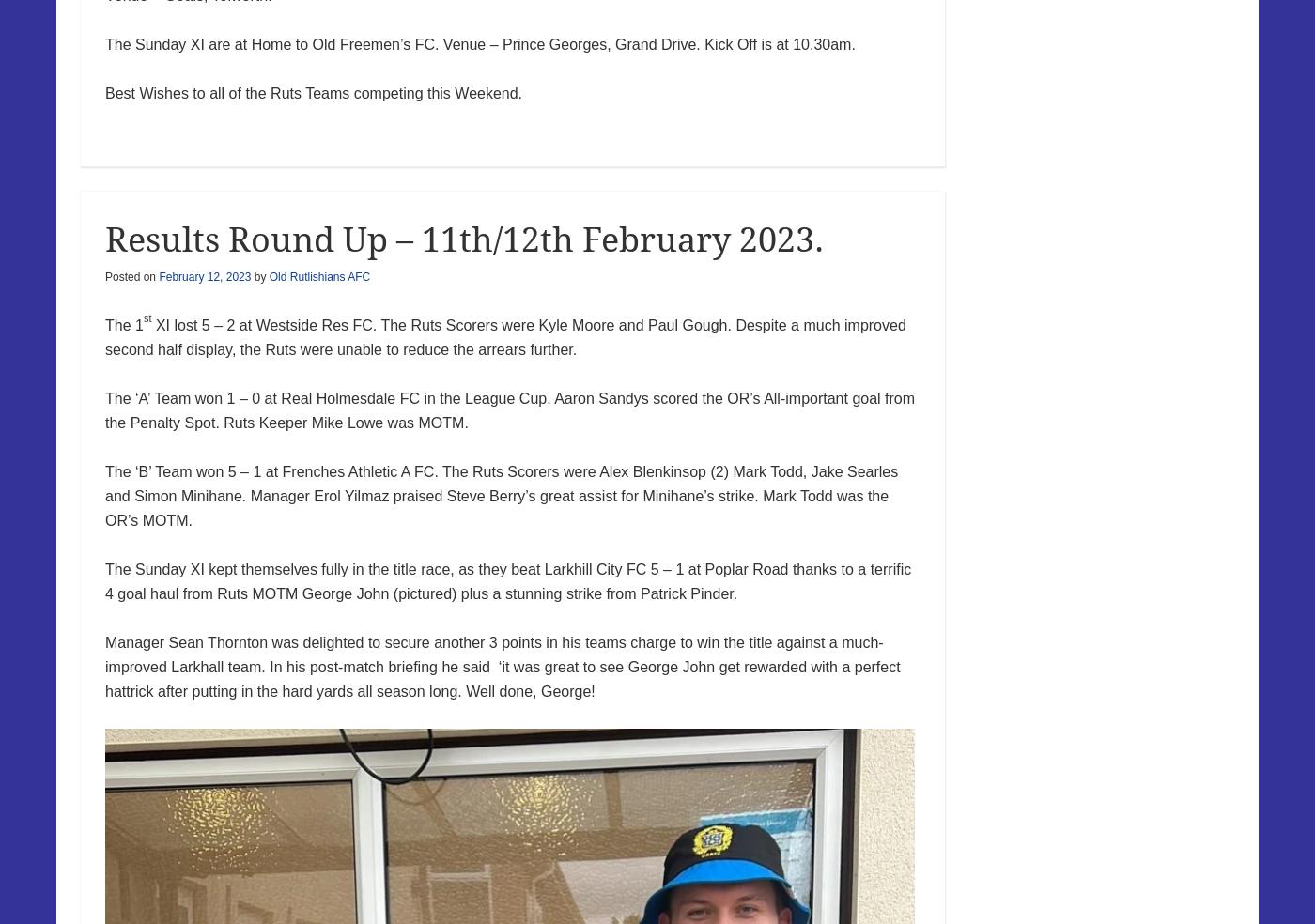 The width and height of the screenshot is (1315, 924). I want to click on 'The Sunday XI are at Home to Old Freemen’s FC. Venue – Prince Georges, Grand Drive. Kick Off is at 10.30am.', so click(480, 42).